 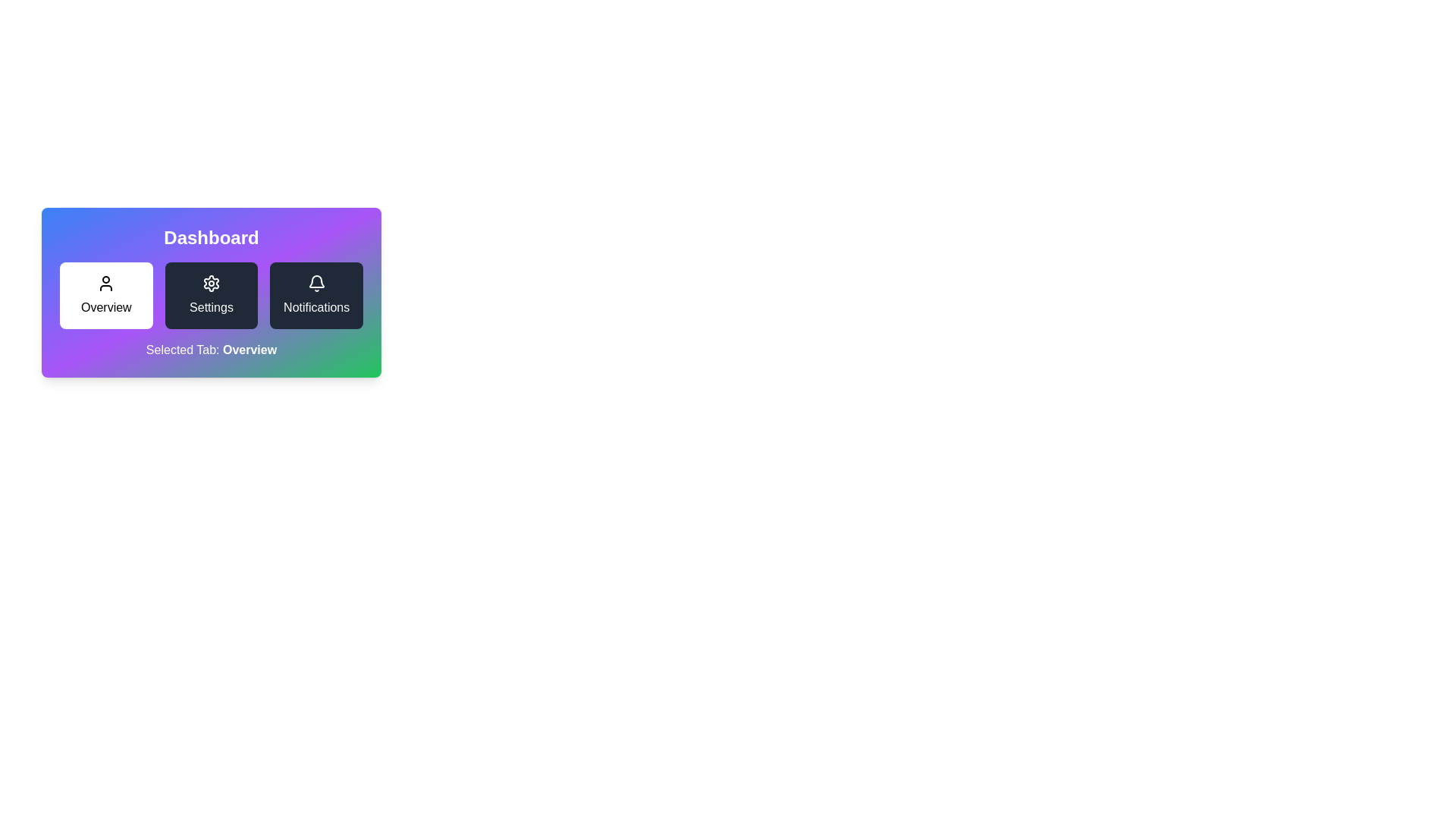 I want to click on the bell icon at the top of the 'Notifications' card, so click(x=315, y=284).